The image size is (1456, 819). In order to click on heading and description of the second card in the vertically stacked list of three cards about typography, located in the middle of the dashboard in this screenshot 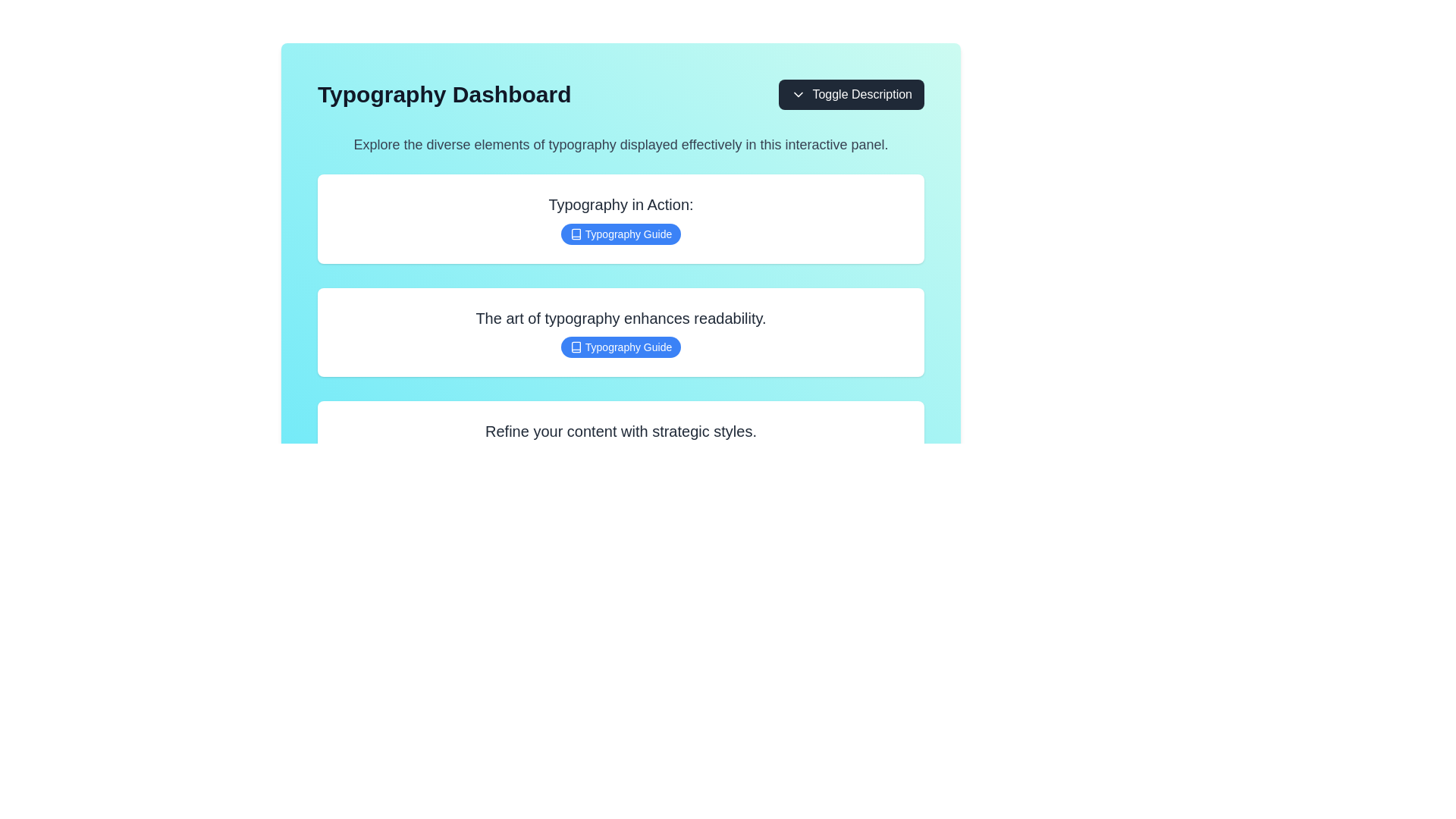, I will do `click(621, 331)`.